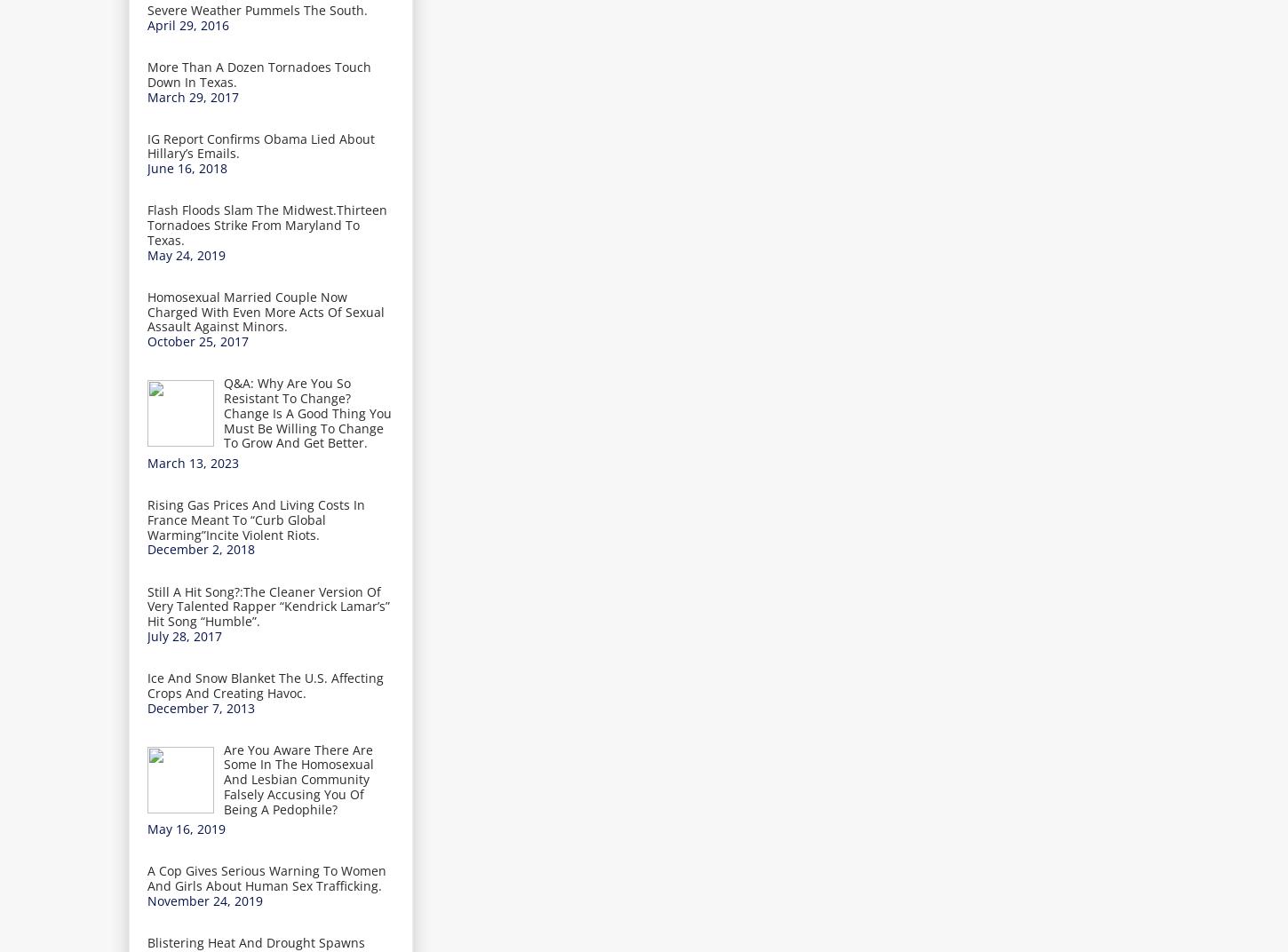  I want to click on 'July 28, 2017', so click(183, 634).